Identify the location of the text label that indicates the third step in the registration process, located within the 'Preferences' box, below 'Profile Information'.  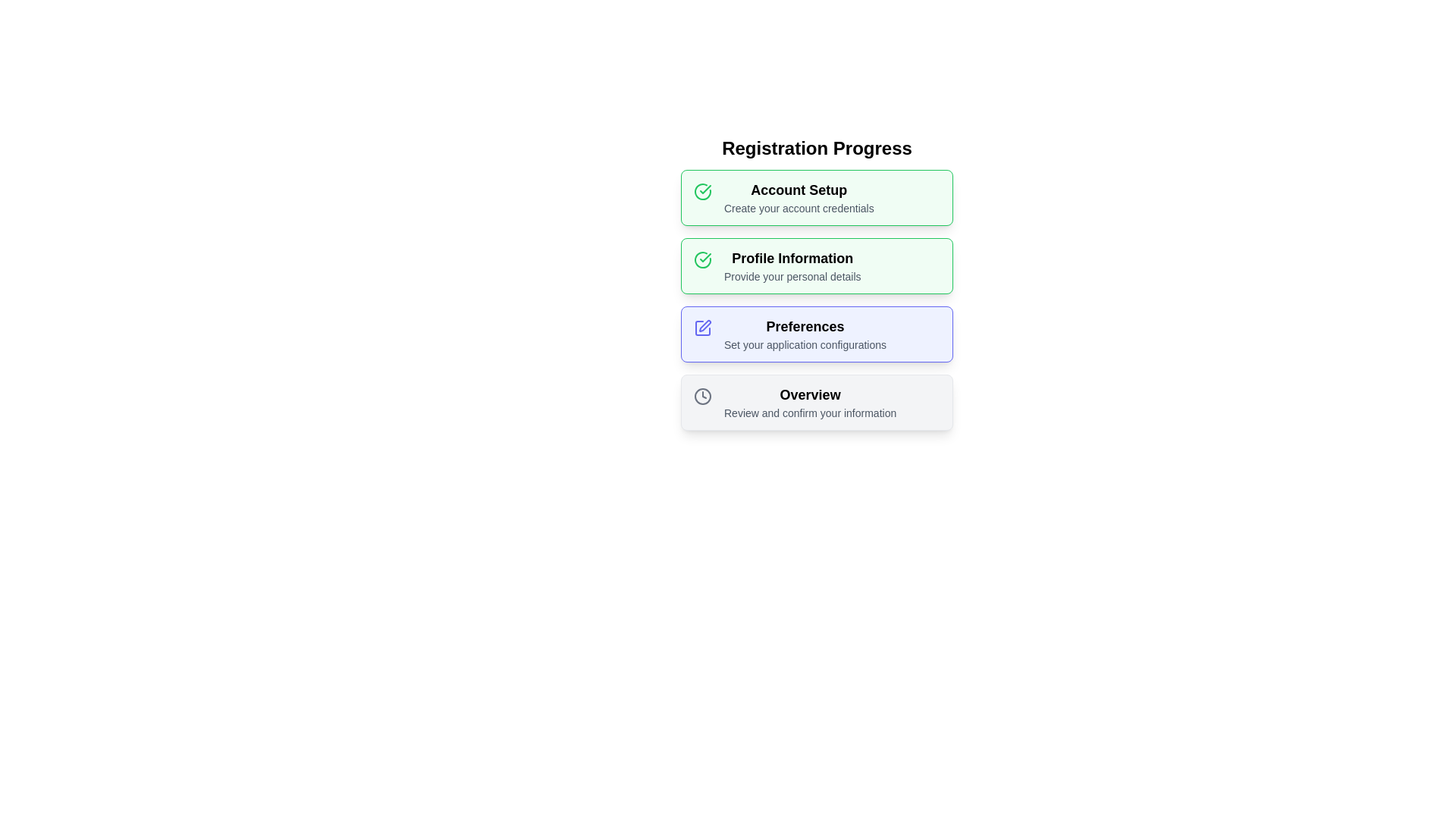
(804, 326).